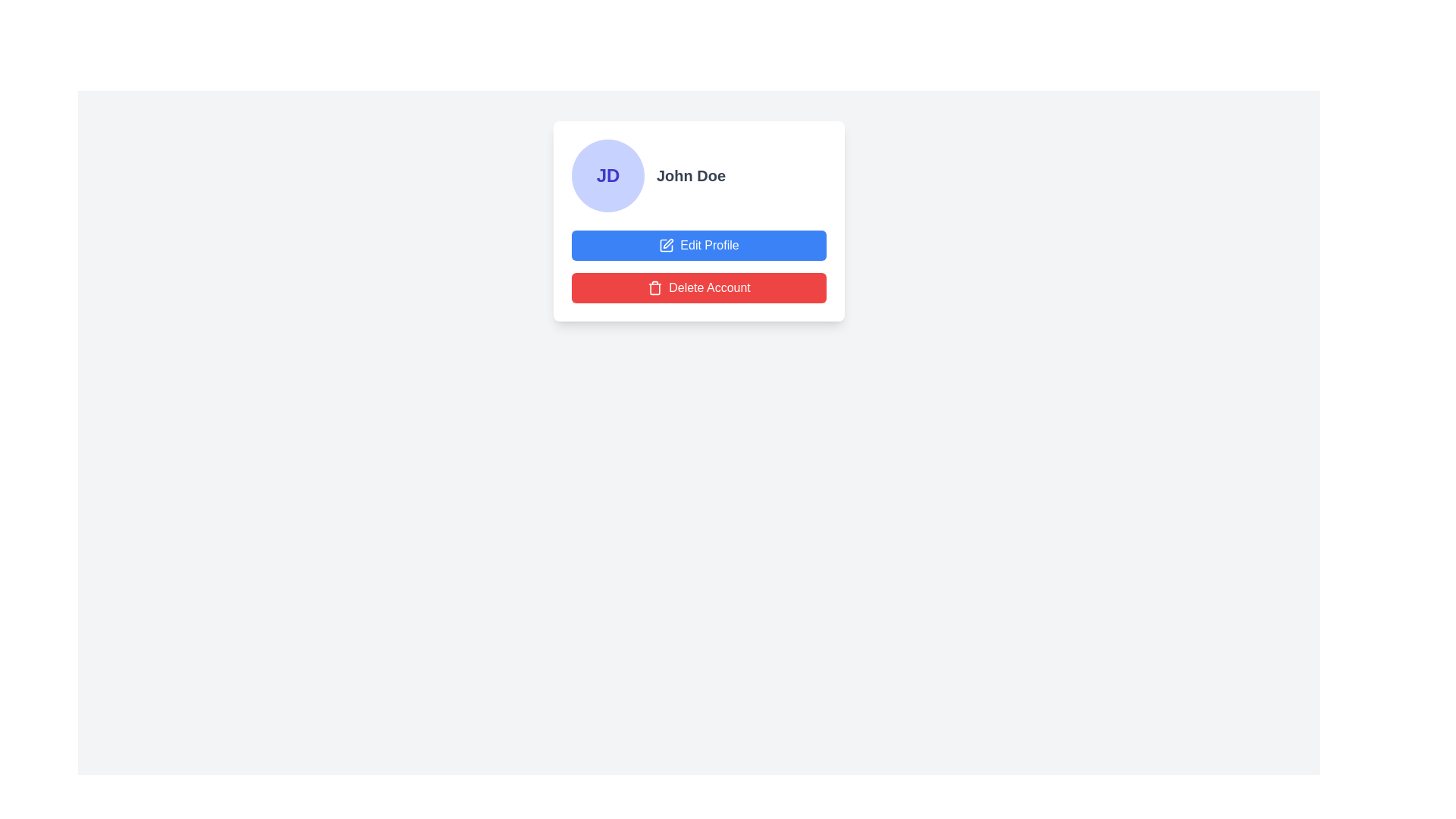 This screenshot has width=1456, height=819. What do you see at coordinates (667, 245) in the screenshot?
I see `the icon depicting a pen inside a square, which is located within the blue button labeled 'Edit Profile'` at bounding box center [667, 245].